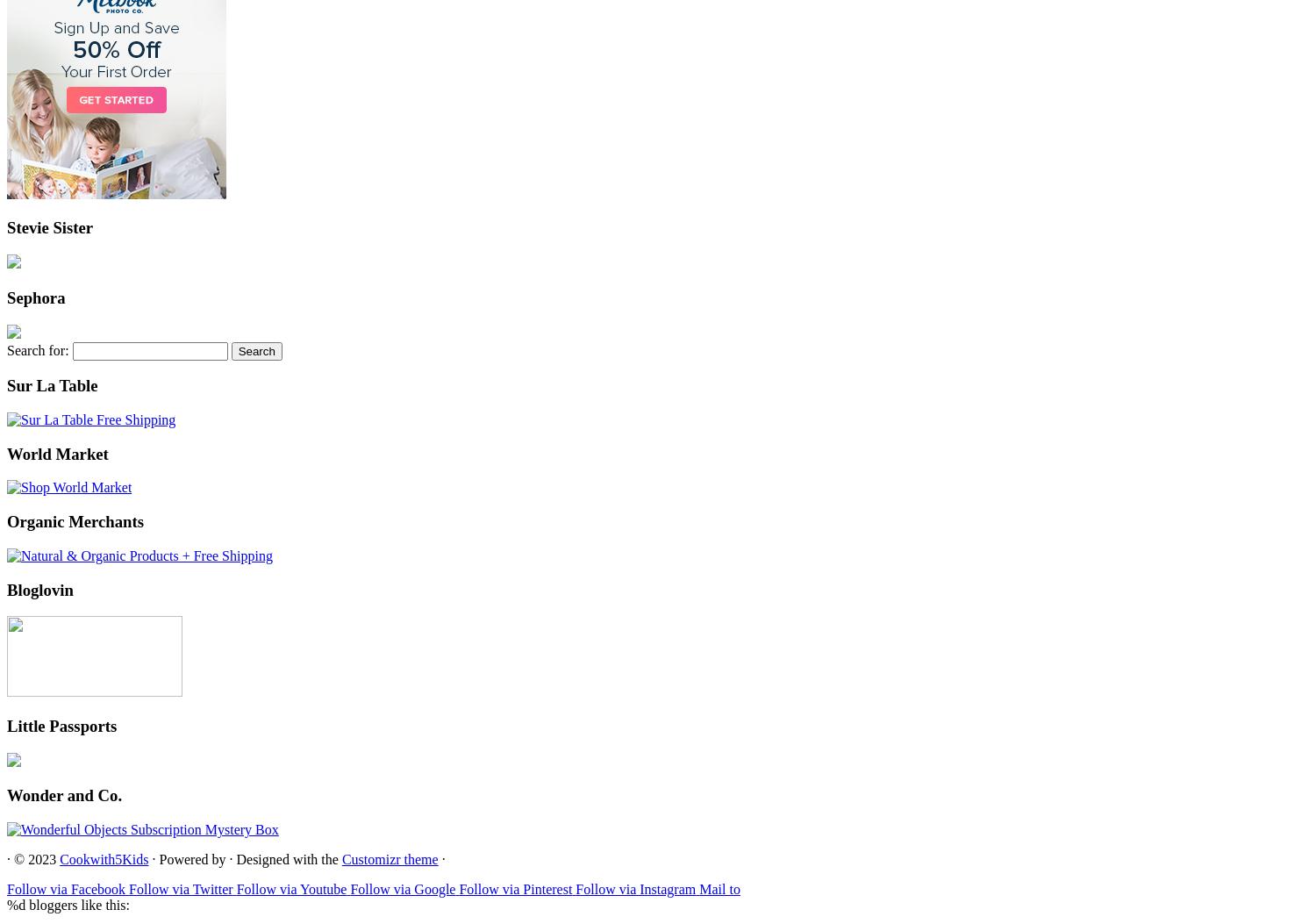  Describe the element at coordinates (35, 296) in the screenshot. I see `'Sephora'` at that location.